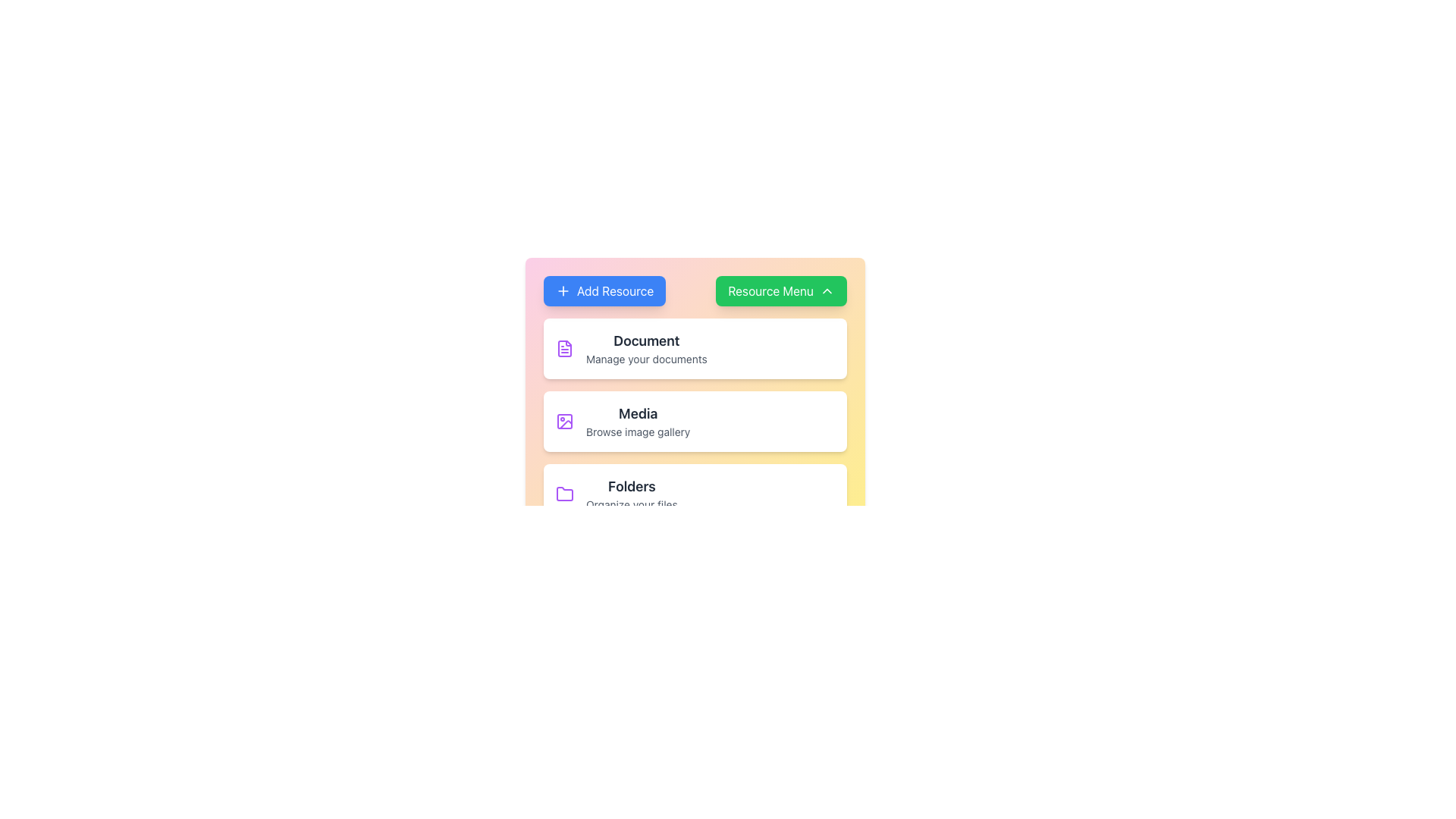 The image size is (1456, 819). I want to click on the document management icon, which is the first icon in the list and is located to the left of the text 'Document' on the first card, so click(563, 348).